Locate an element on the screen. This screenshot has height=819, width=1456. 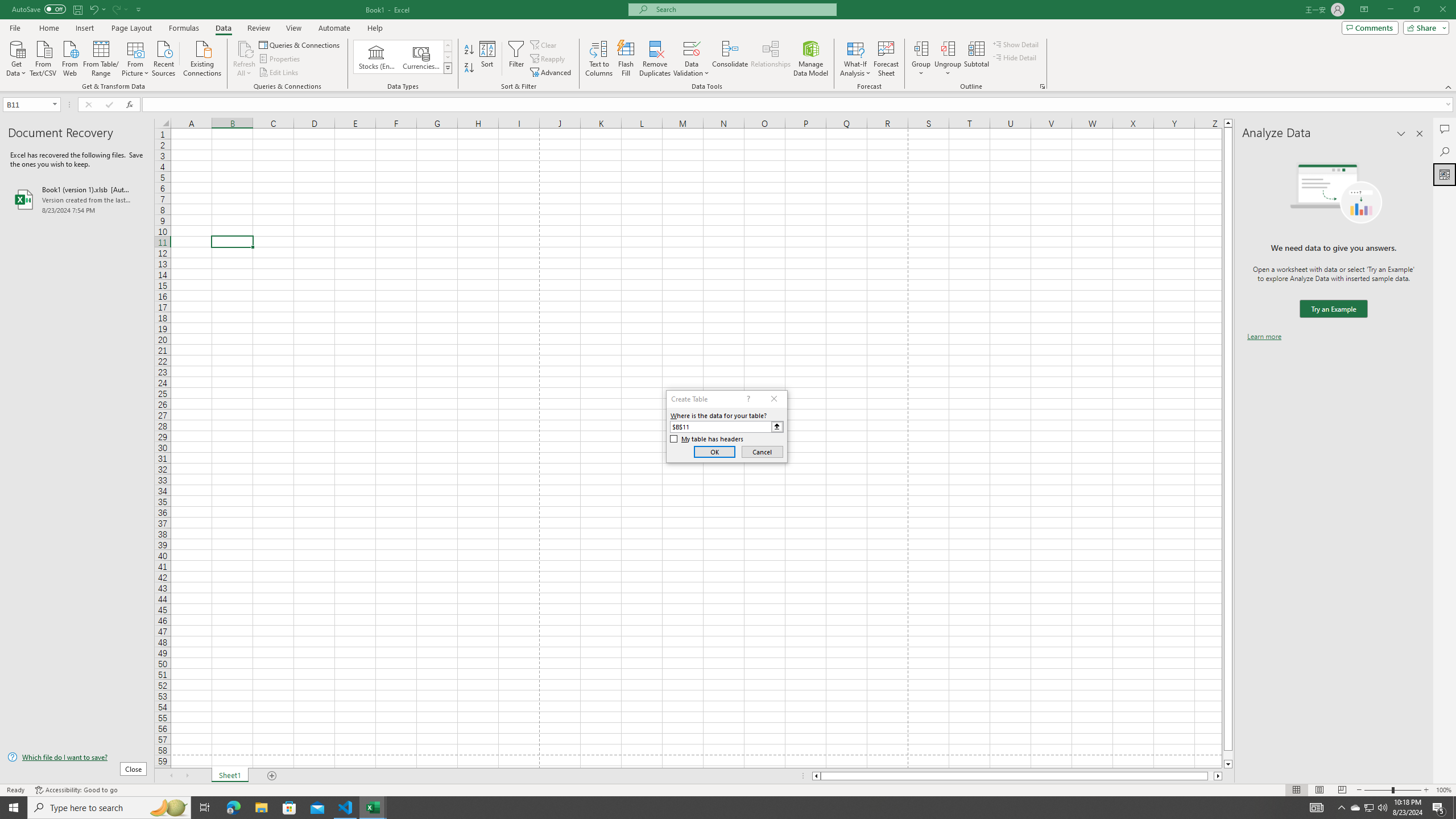
'Learn more' is located at coordinates (1264, 336).